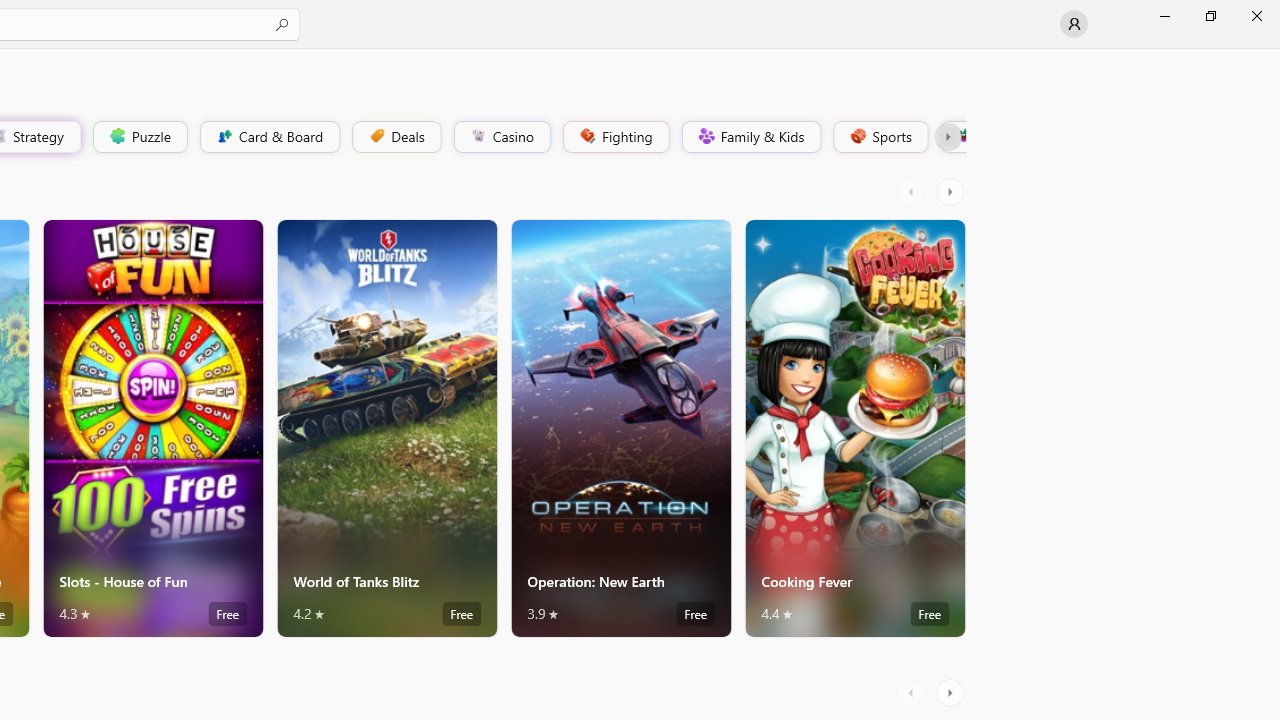 The height and width of the screenshot is (720, 1280). Describe the element at coordinates (395, 135) in the screenshot. I see `'Deals'` at that location.